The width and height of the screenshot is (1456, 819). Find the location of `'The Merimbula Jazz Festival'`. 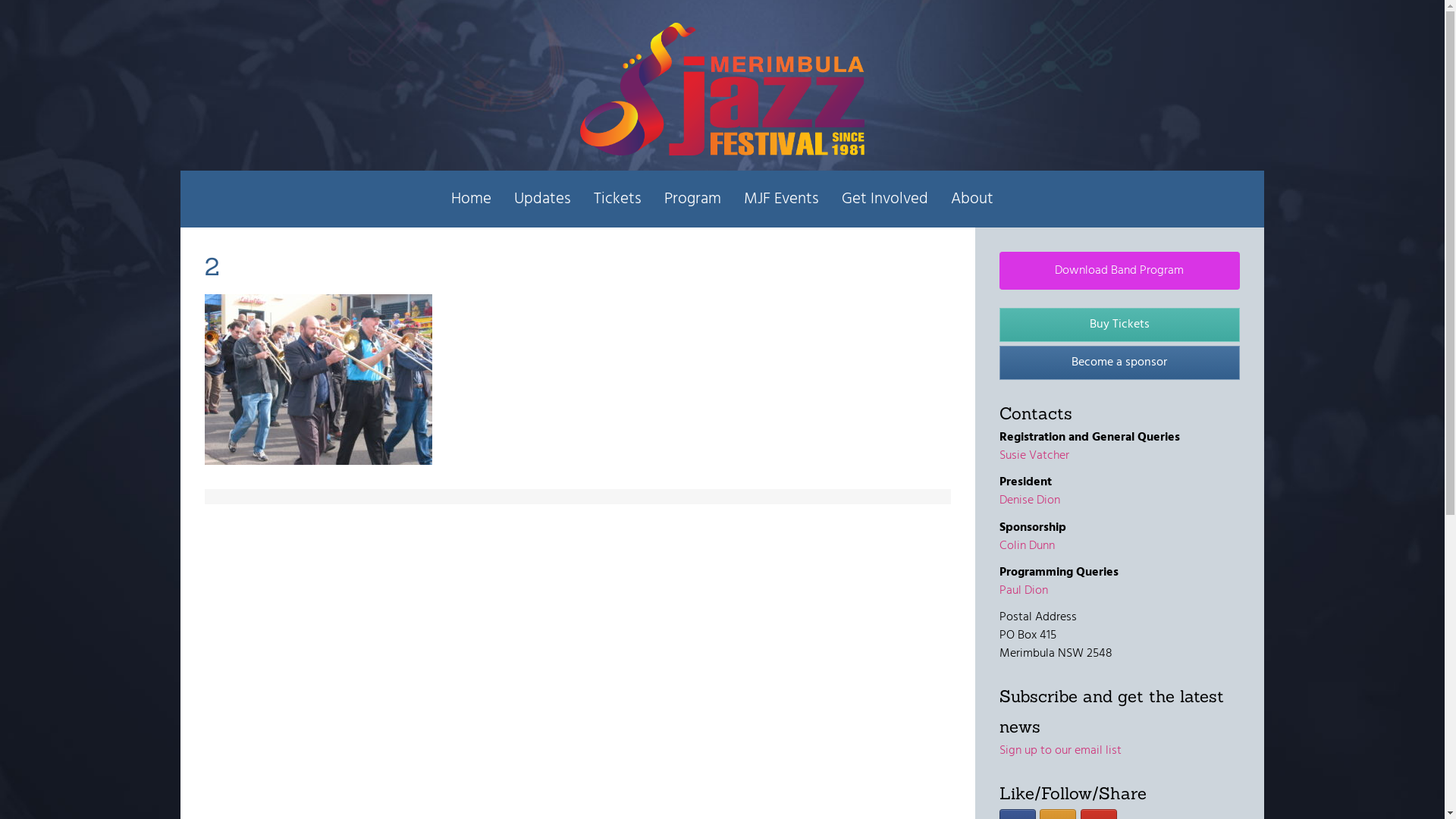

'The Merimbula Jazz Festival' is located at coordinates (721, 89).